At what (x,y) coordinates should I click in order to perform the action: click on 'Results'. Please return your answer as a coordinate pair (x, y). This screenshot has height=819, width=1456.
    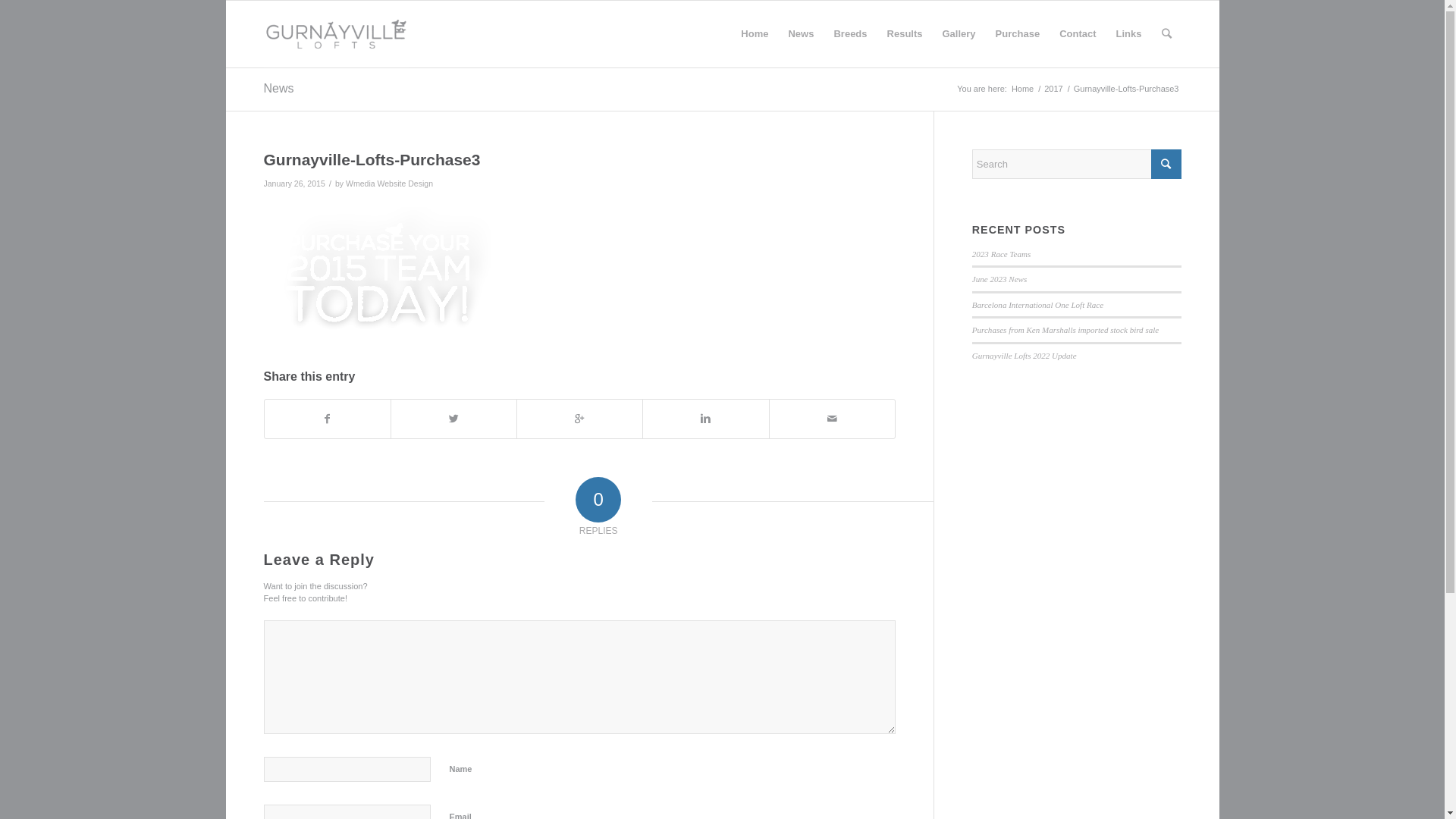
    Looking at the image, I should click on (877, 34).